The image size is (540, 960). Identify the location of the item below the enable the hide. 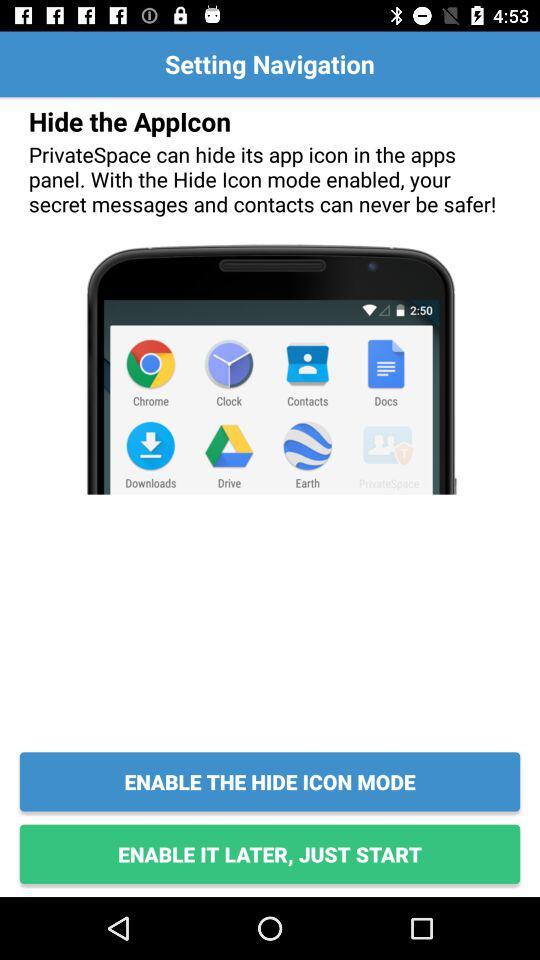
(270, 853).